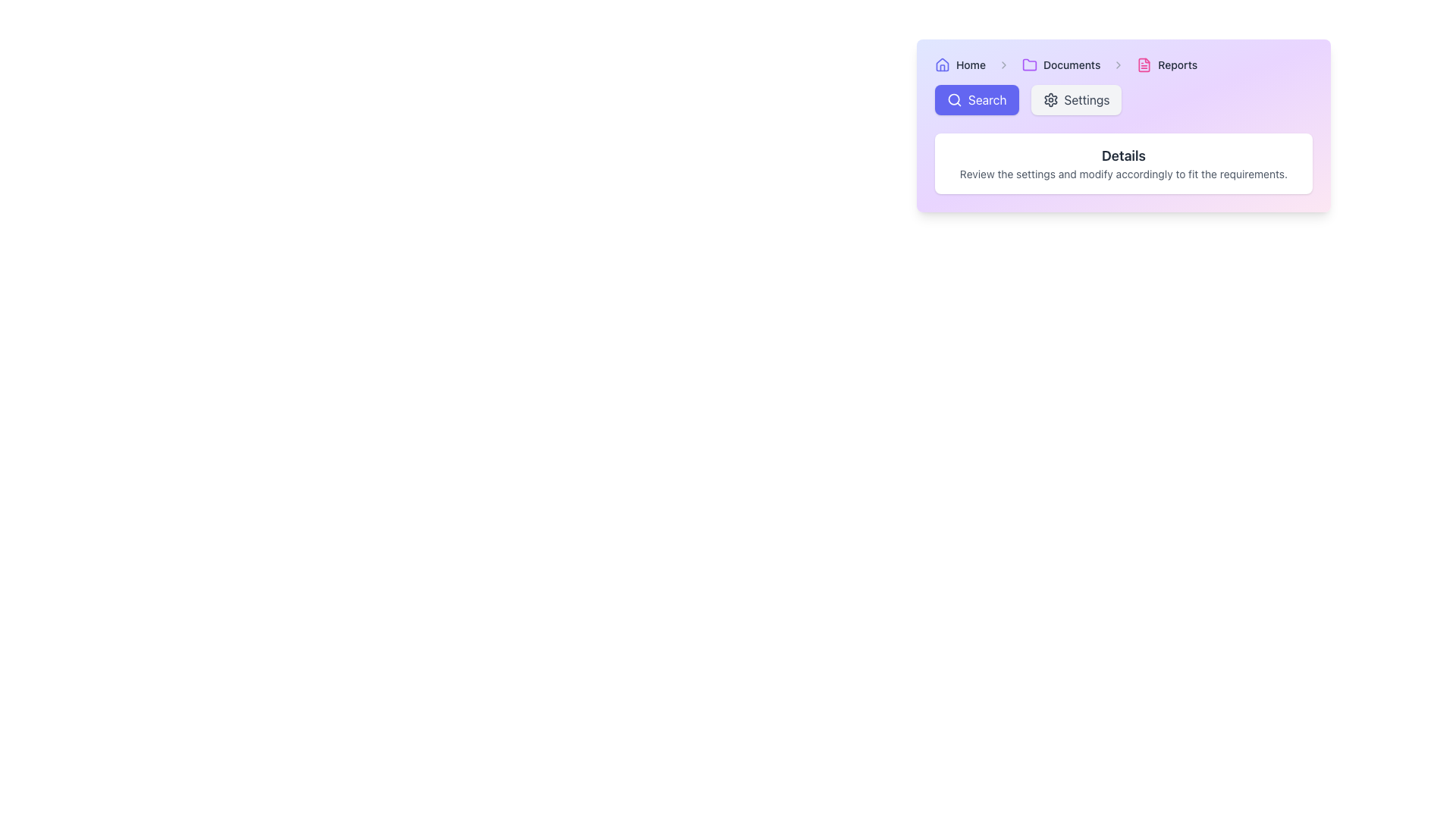  What do you see at coordinates (959, 64) in the screenshot?
I see `the 'Home' breadcrumb item in the navigation bar` at bounding box center [959, 64].